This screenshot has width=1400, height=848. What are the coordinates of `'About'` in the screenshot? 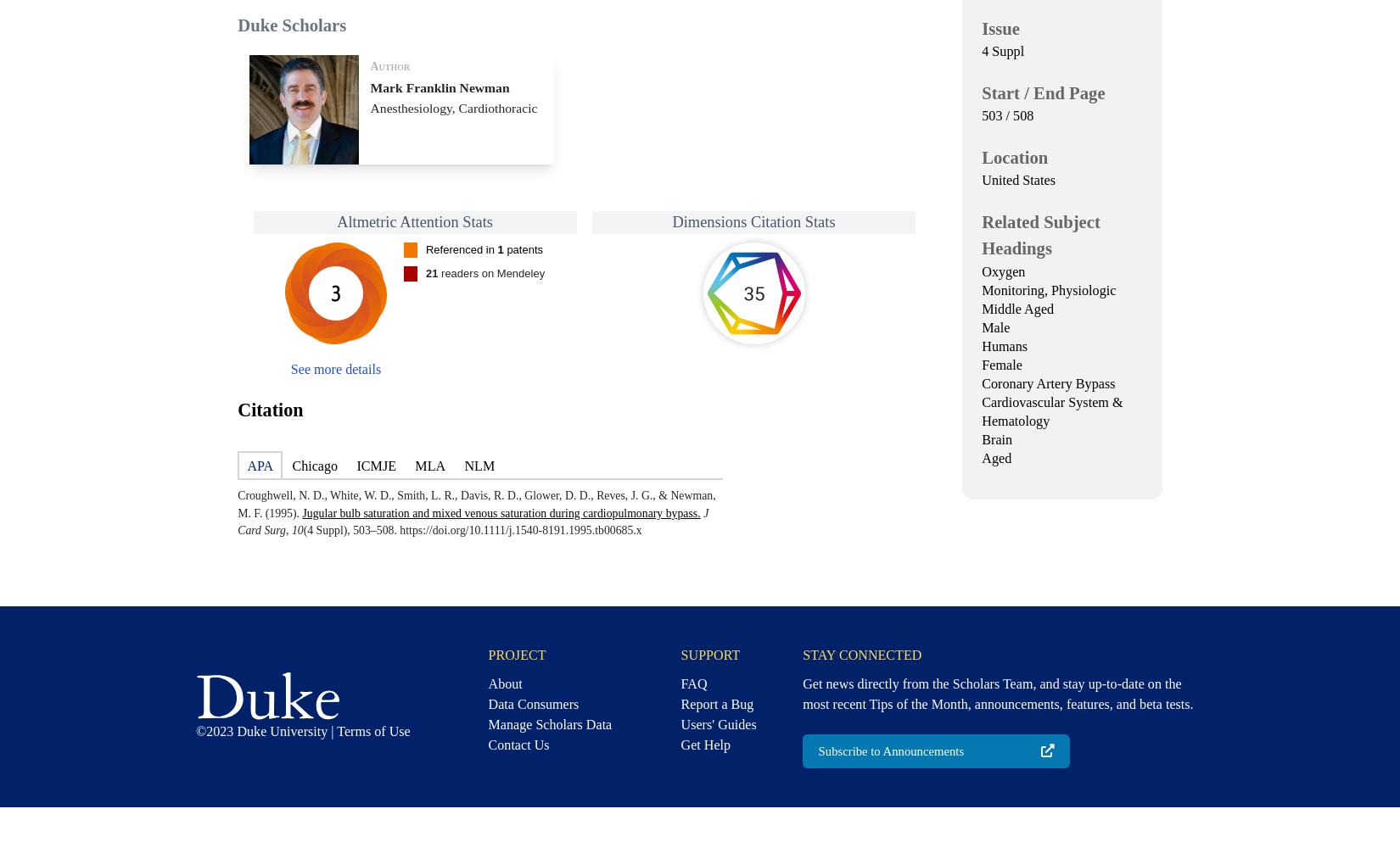 It's located at (503, 683).